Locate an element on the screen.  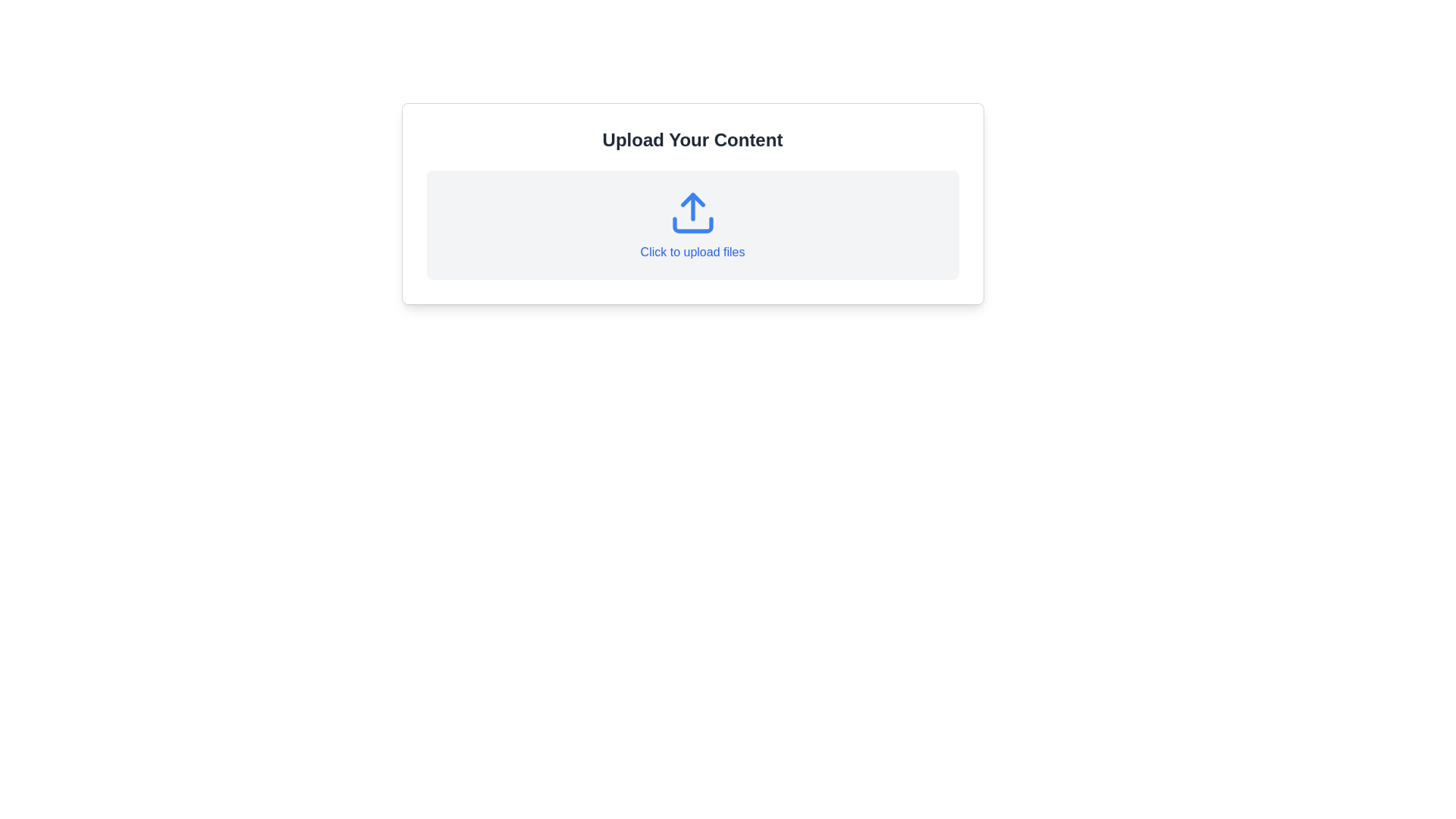
the lower subcomponent of the upload icon, which is a rectangular shape with rounded edges located in the center of the main content area is located at coordinates (692, 225).